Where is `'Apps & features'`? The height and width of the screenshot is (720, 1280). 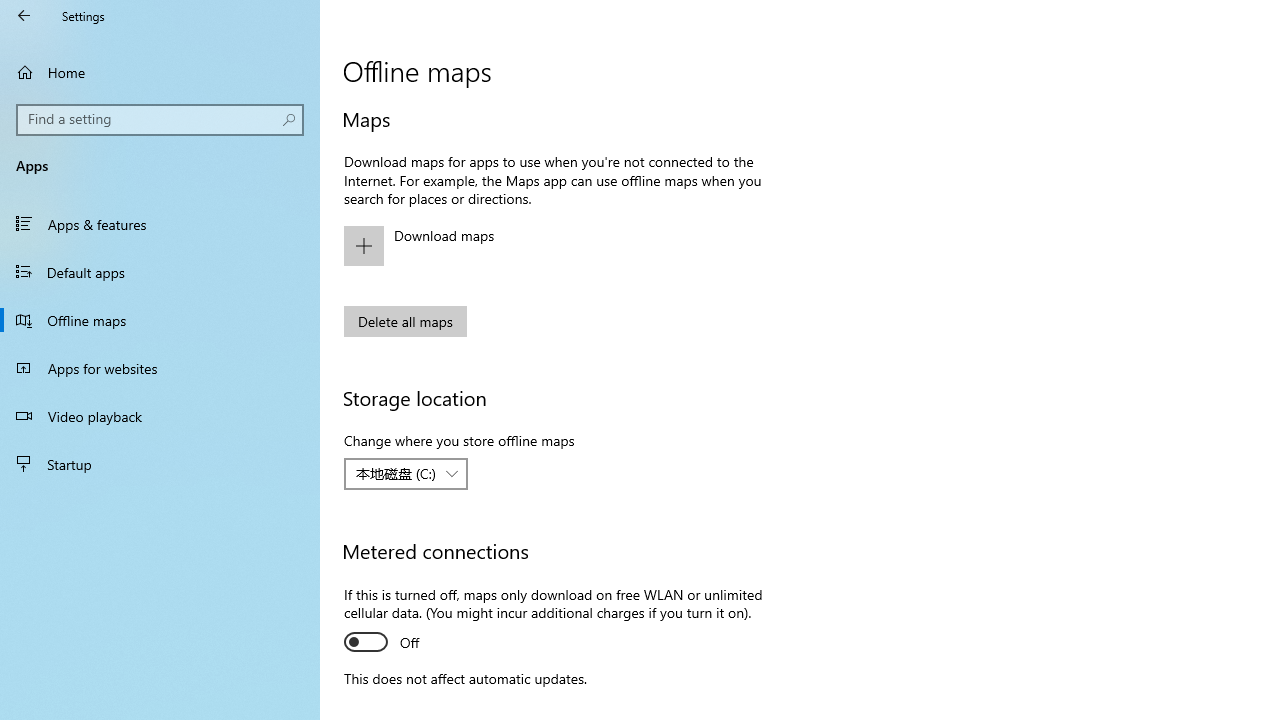
'Apps & features' is located at coordinates (160, 223).